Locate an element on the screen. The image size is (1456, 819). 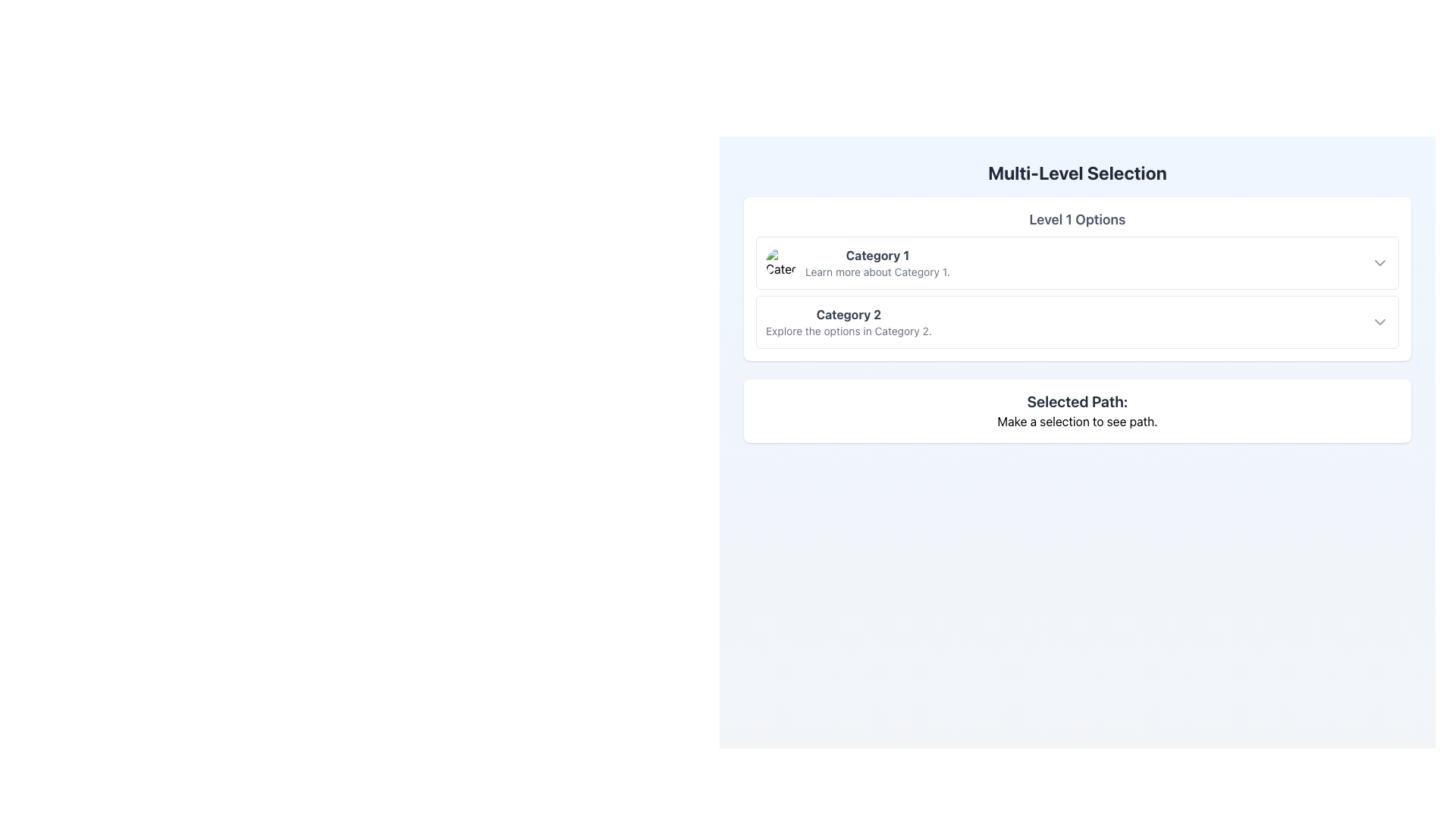
the interactive list item for 'Category 2' to enable keyboard navigation is located at coordinates (1076, 321).